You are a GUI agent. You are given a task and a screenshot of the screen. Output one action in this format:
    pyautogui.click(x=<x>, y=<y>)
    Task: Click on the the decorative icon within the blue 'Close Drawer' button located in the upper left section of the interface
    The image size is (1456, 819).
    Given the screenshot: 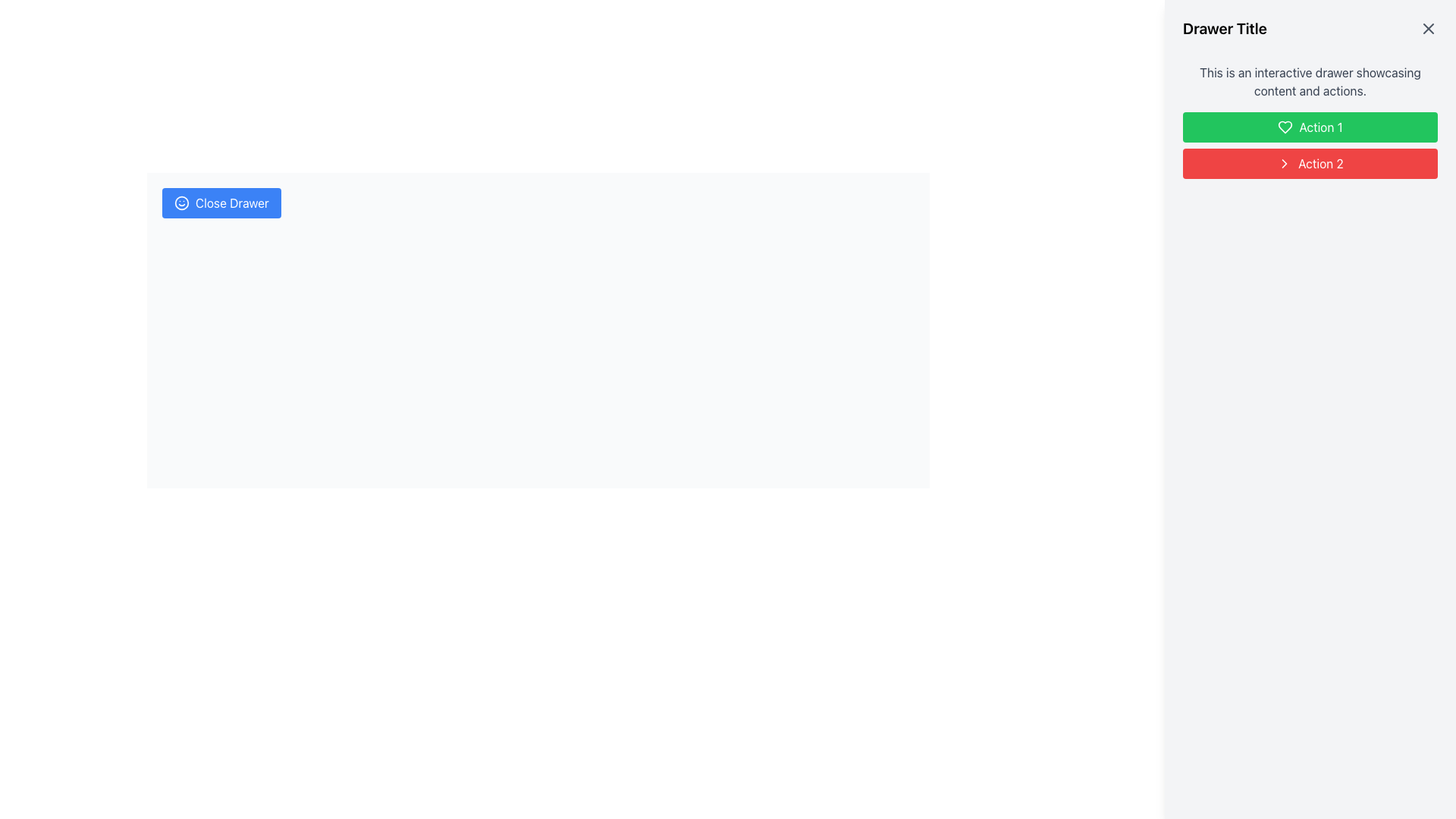 What is the action you would take?
    pyautogui.click(x=182, y=202)
    